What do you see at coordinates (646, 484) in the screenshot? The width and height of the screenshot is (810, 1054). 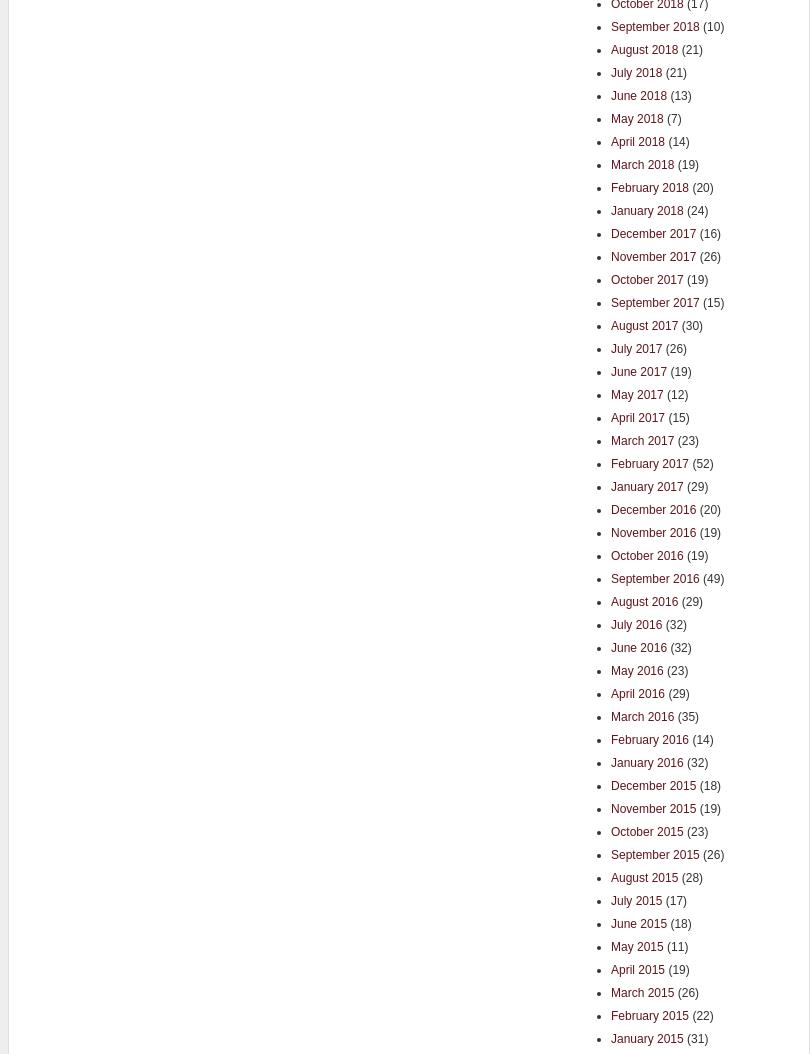 I see `'January 2017'` at bounding box center [646, 484].